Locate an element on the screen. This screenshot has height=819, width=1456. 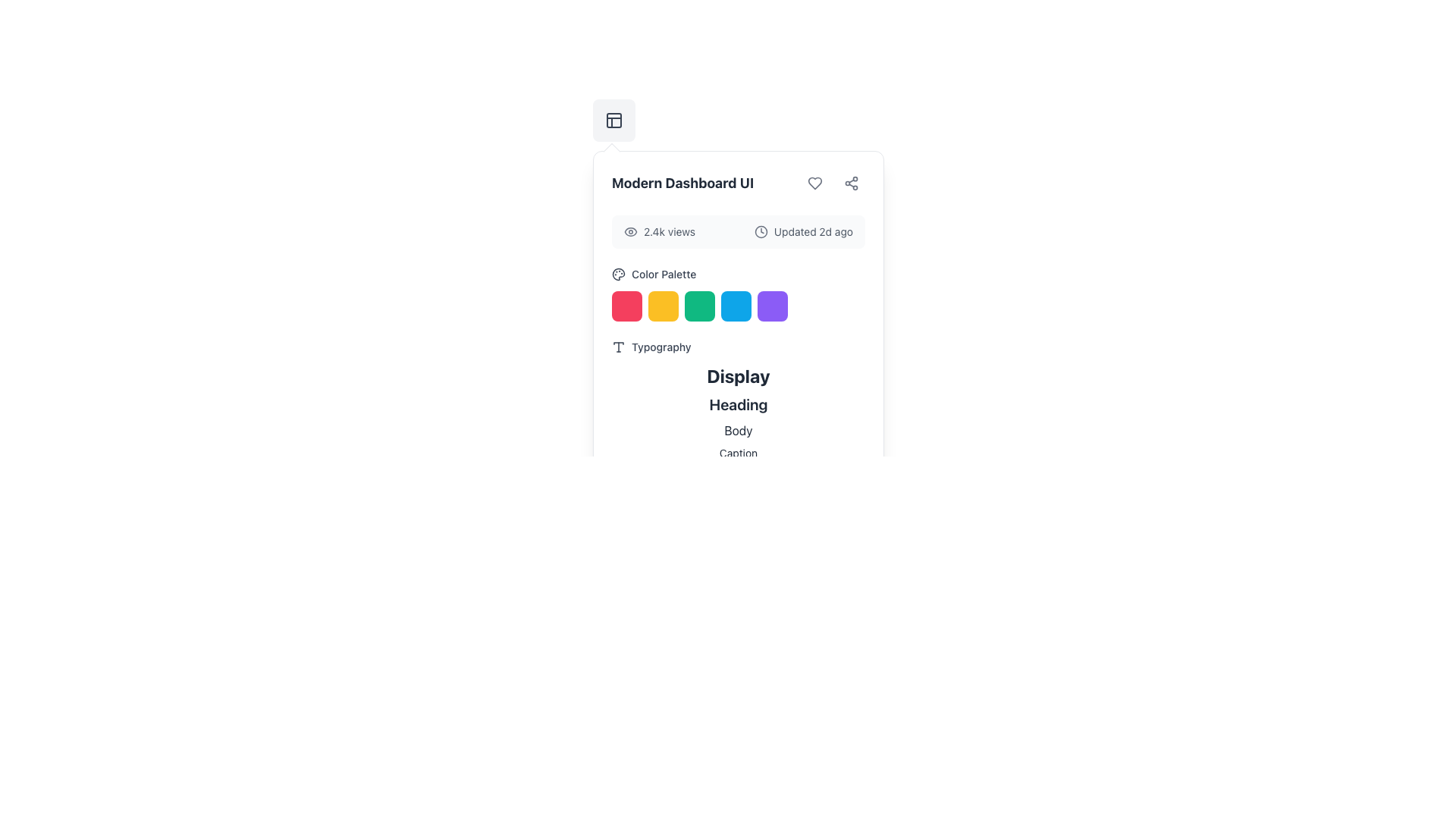
the text label displaying 'Updated 2d ago', which is located to the right of a clock icon in the upper part of the dashboard card is located at coordinates (812, 231).